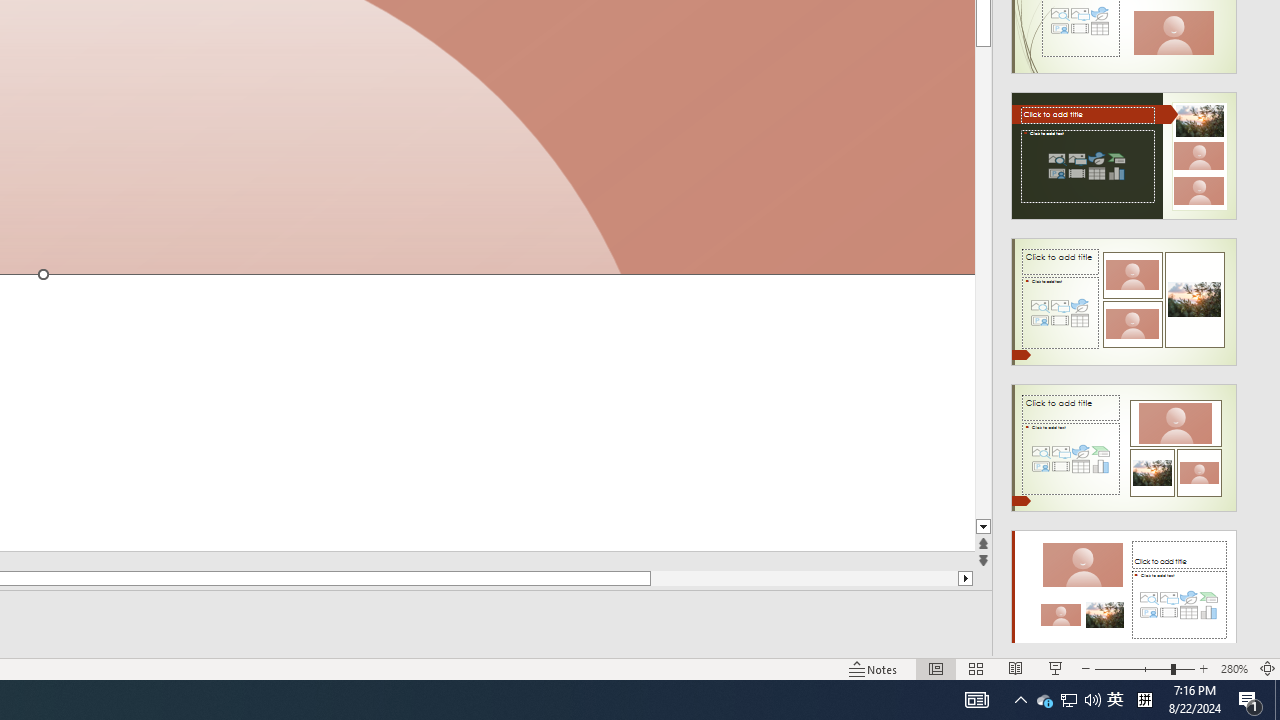  Describe the element at coordinates (983, 526) in the screenshot. I see `'Line down'` at that location.